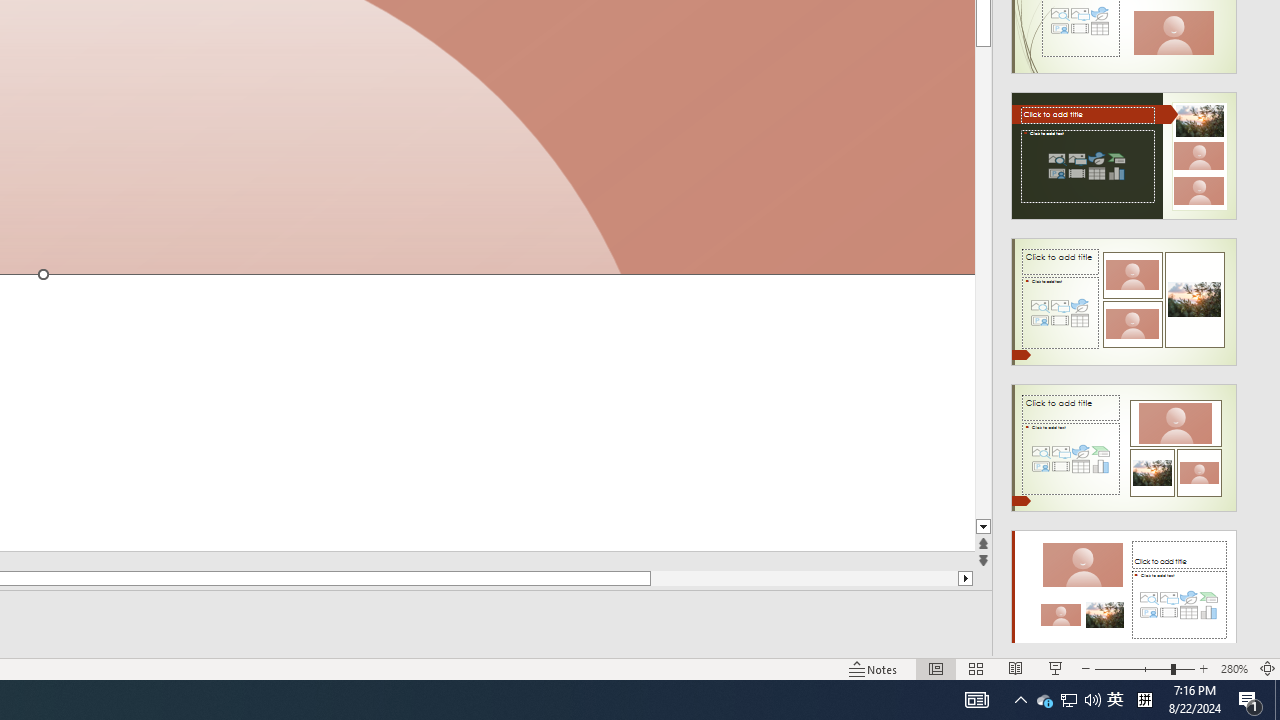  Describe the element at coordinates (983, 526) in the screenshot. I see `'Line down'` at that location.